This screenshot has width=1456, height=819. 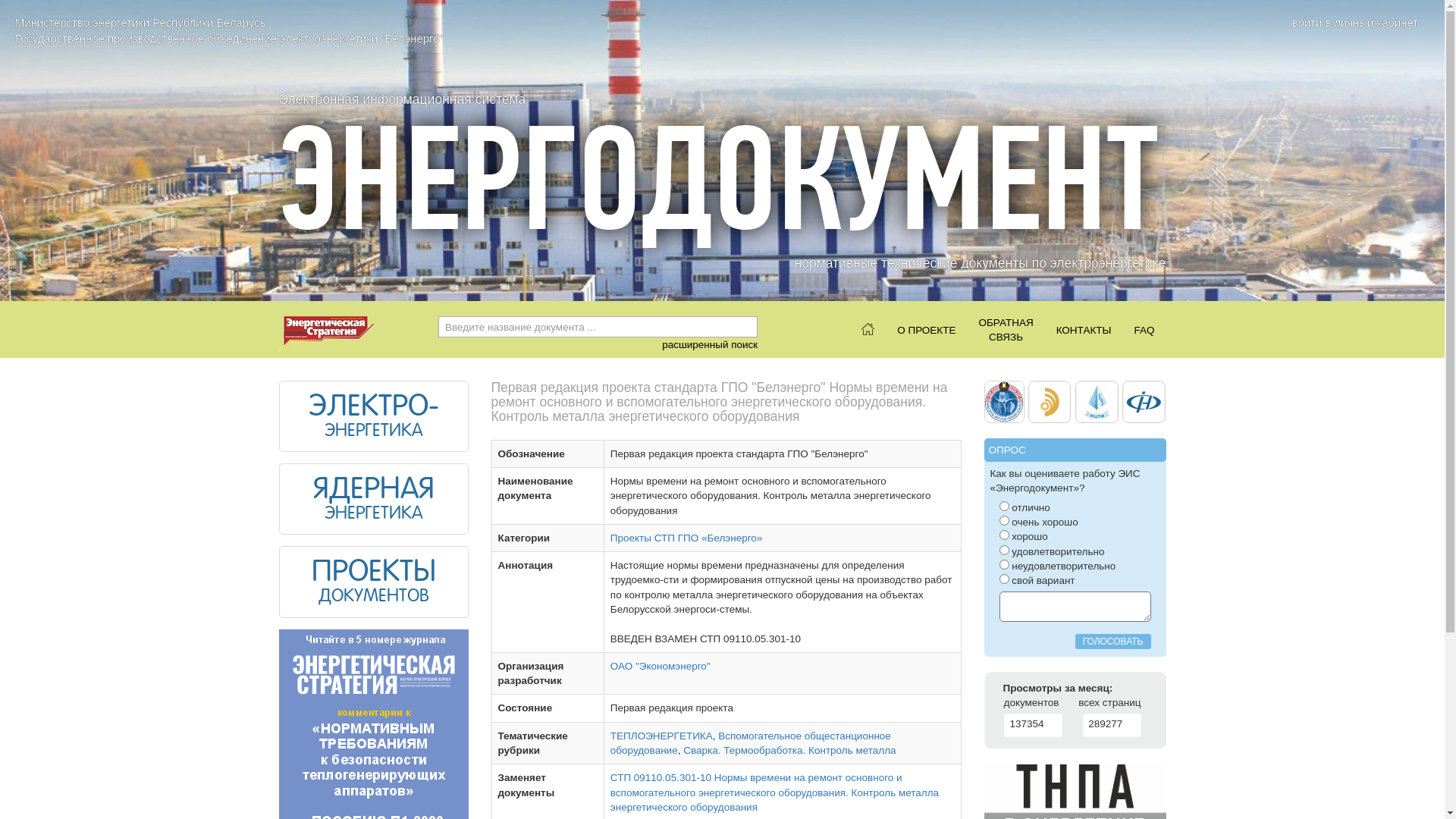 I want to click on 'FAQ', so click(x=1144, y=328).